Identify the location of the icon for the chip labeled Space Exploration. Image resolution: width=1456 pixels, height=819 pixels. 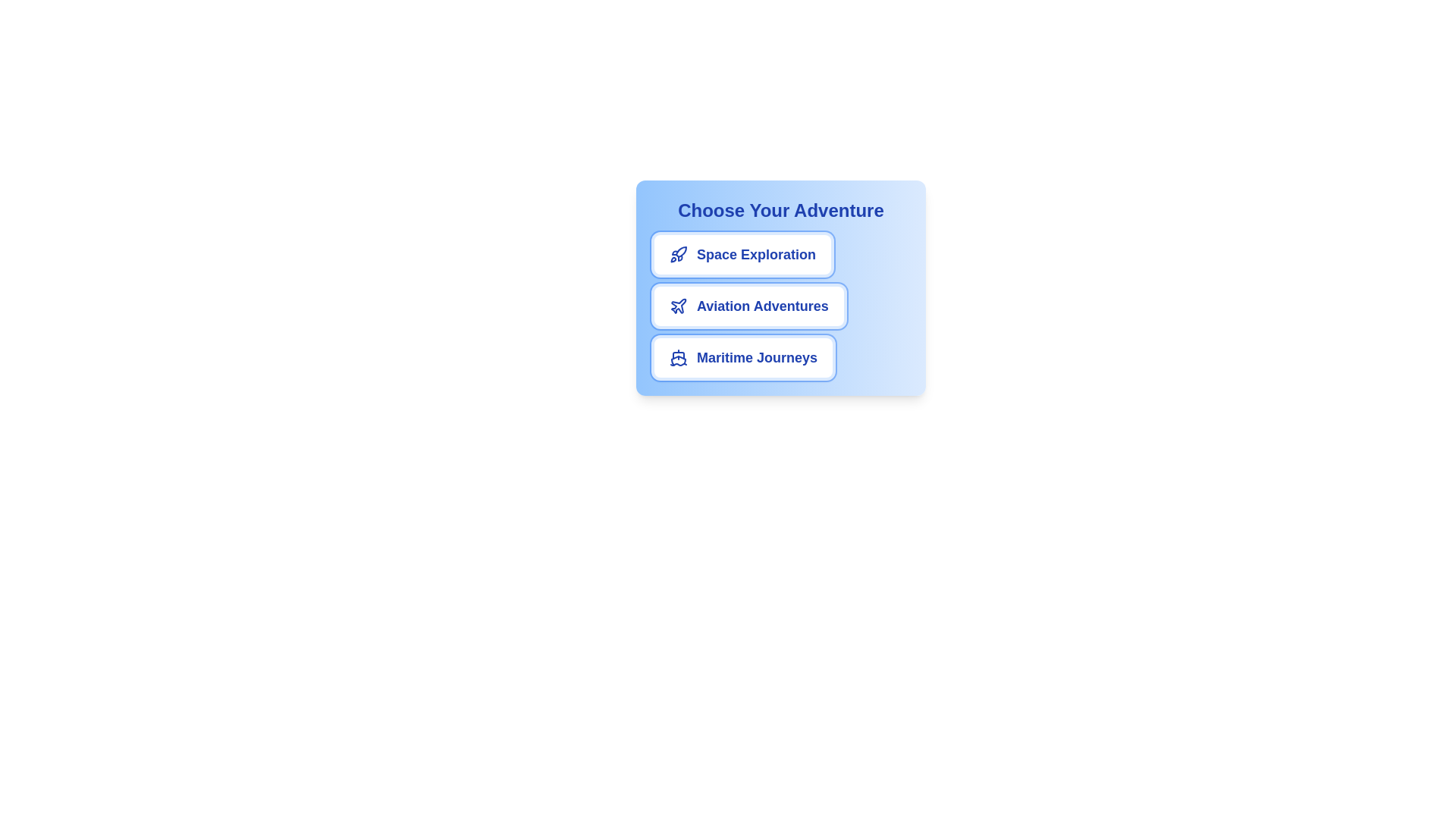
(677, 253).